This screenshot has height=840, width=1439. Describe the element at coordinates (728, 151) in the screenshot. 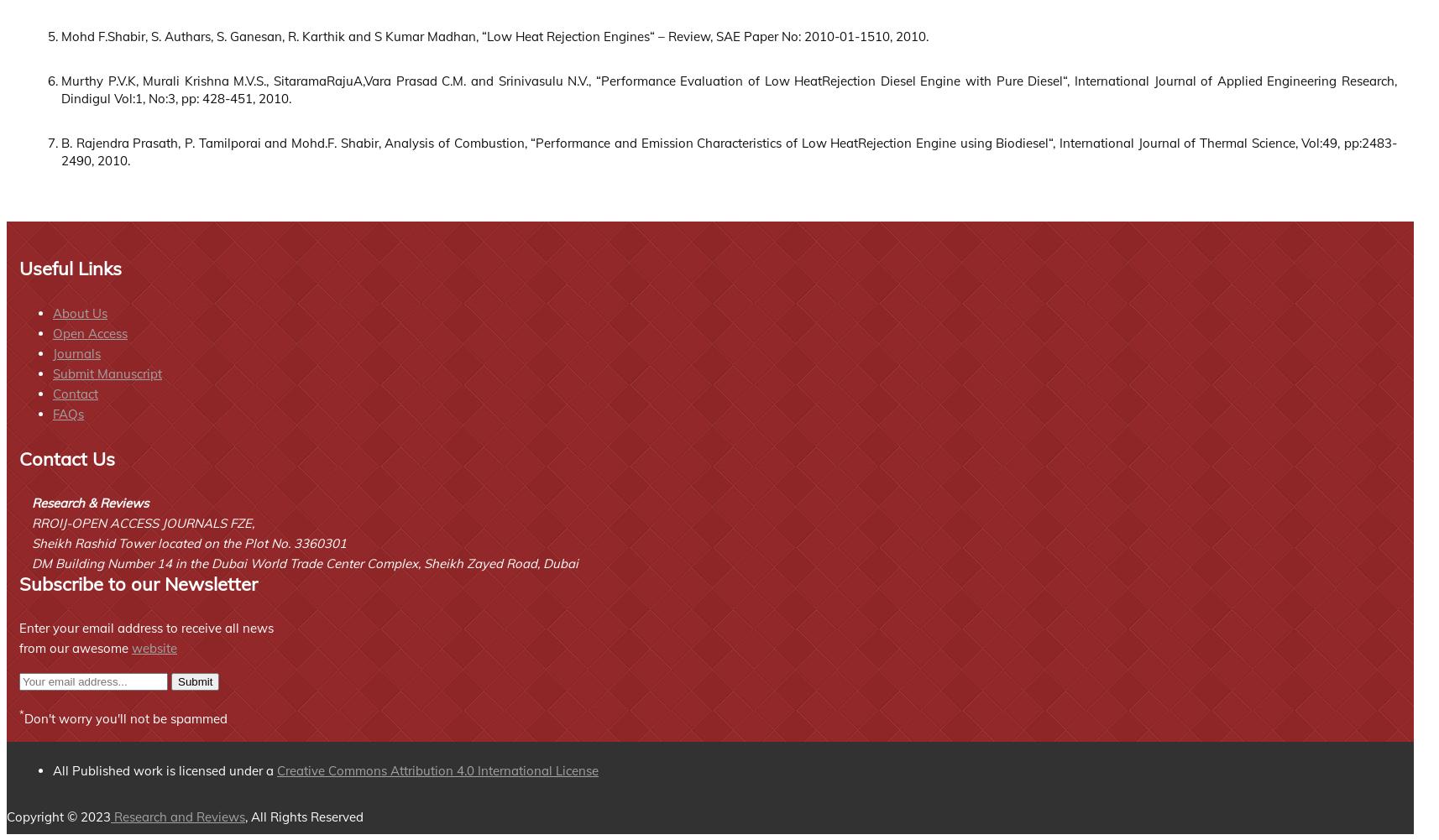

I see `'B. Rajendra Prasath, P. Tamilporai and Mohd.F. Shabir, Analysis of Combustion, “Performance and Emission Characteristics of Low HeatRejection Engine using Biodiesel“, International Journal of Thermal Science, Vol:49, pp:2483-2490, 2010.'` at that location.